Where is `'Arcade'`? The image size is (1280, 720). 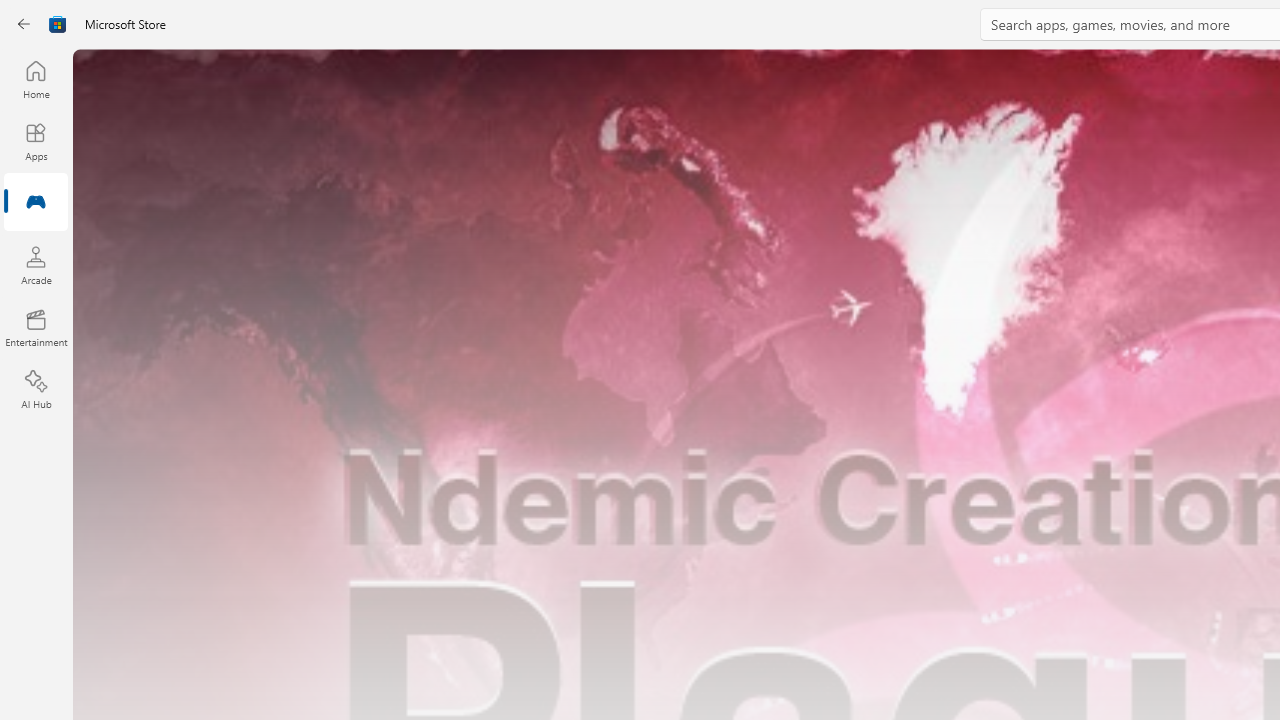 'Arcade' is located at coordinates (35, 264).